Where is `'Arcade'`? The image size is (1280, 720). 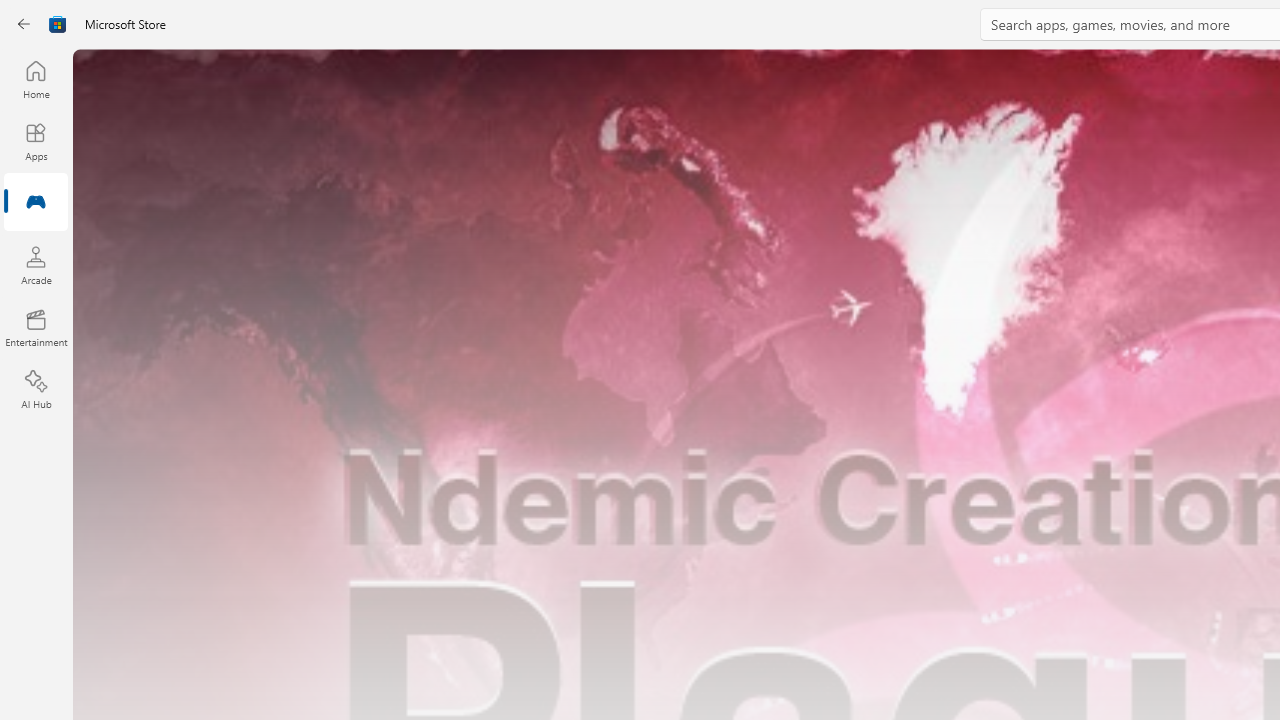 'Arcade' is located at coordinates (35, 264).